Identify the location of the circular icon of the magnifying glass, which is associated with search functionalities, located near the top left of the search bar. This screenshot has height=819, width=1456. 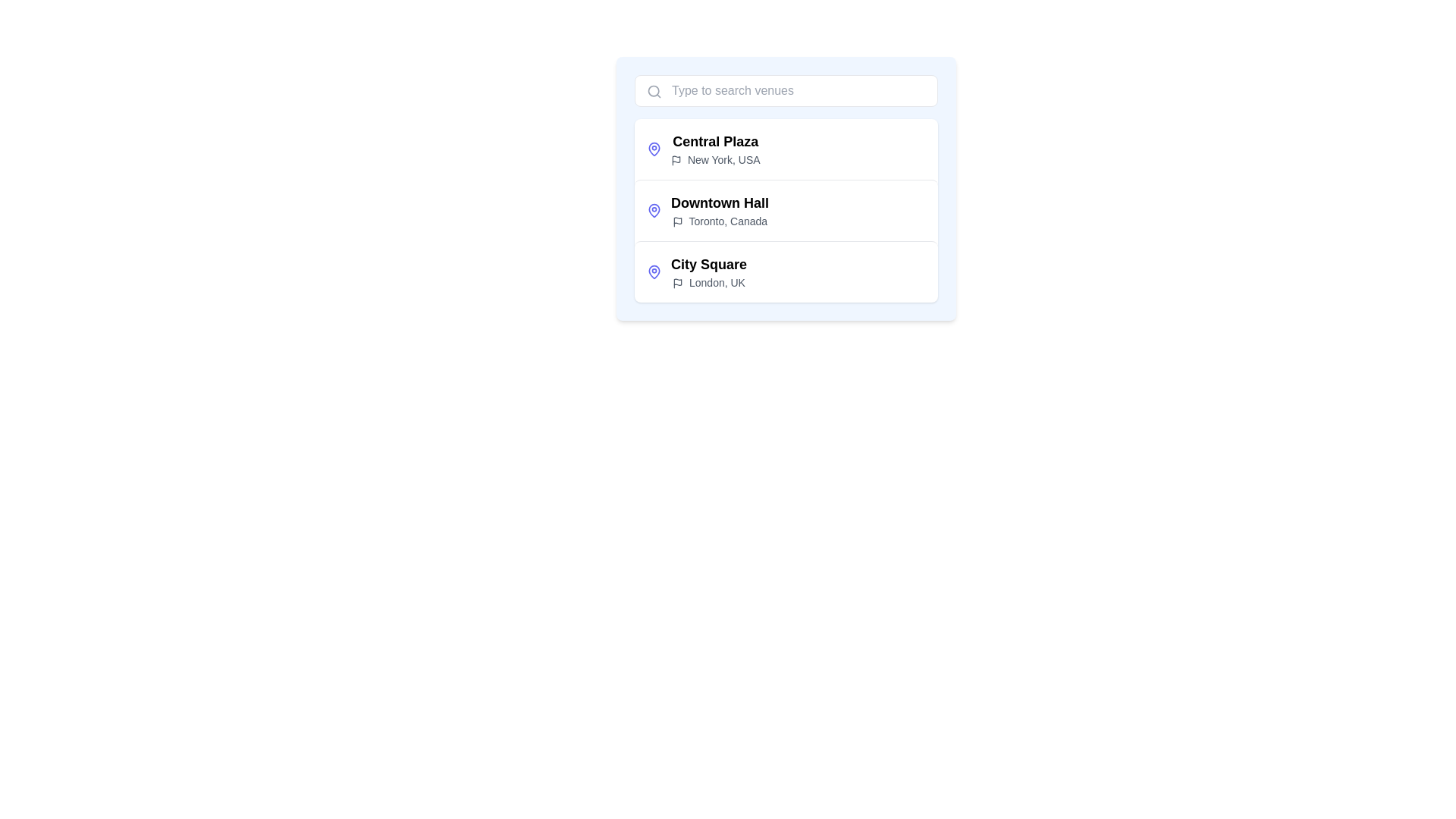
(654, 91).